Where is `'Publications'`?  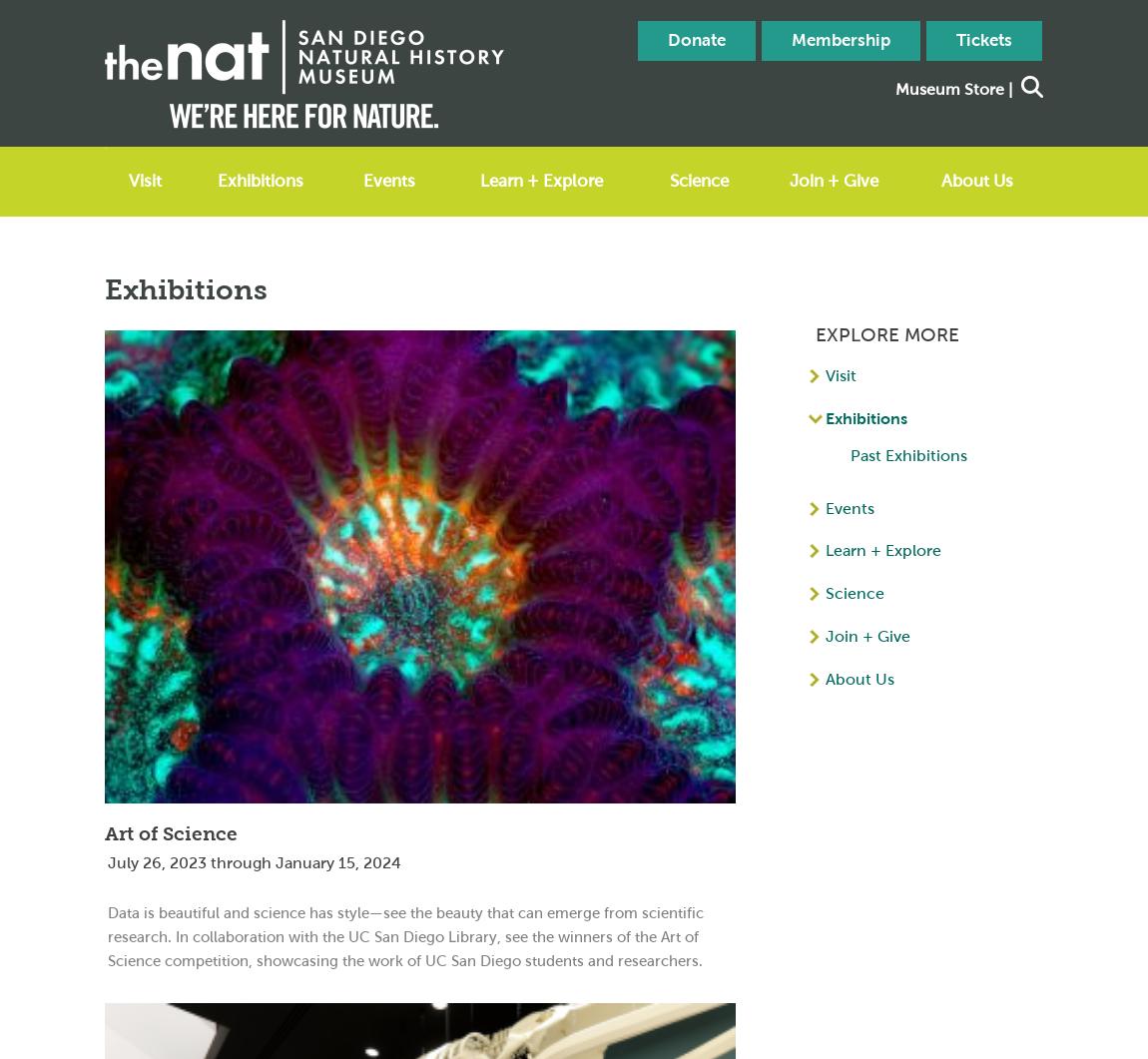
'Publications' is located at coordinates (699, 318).